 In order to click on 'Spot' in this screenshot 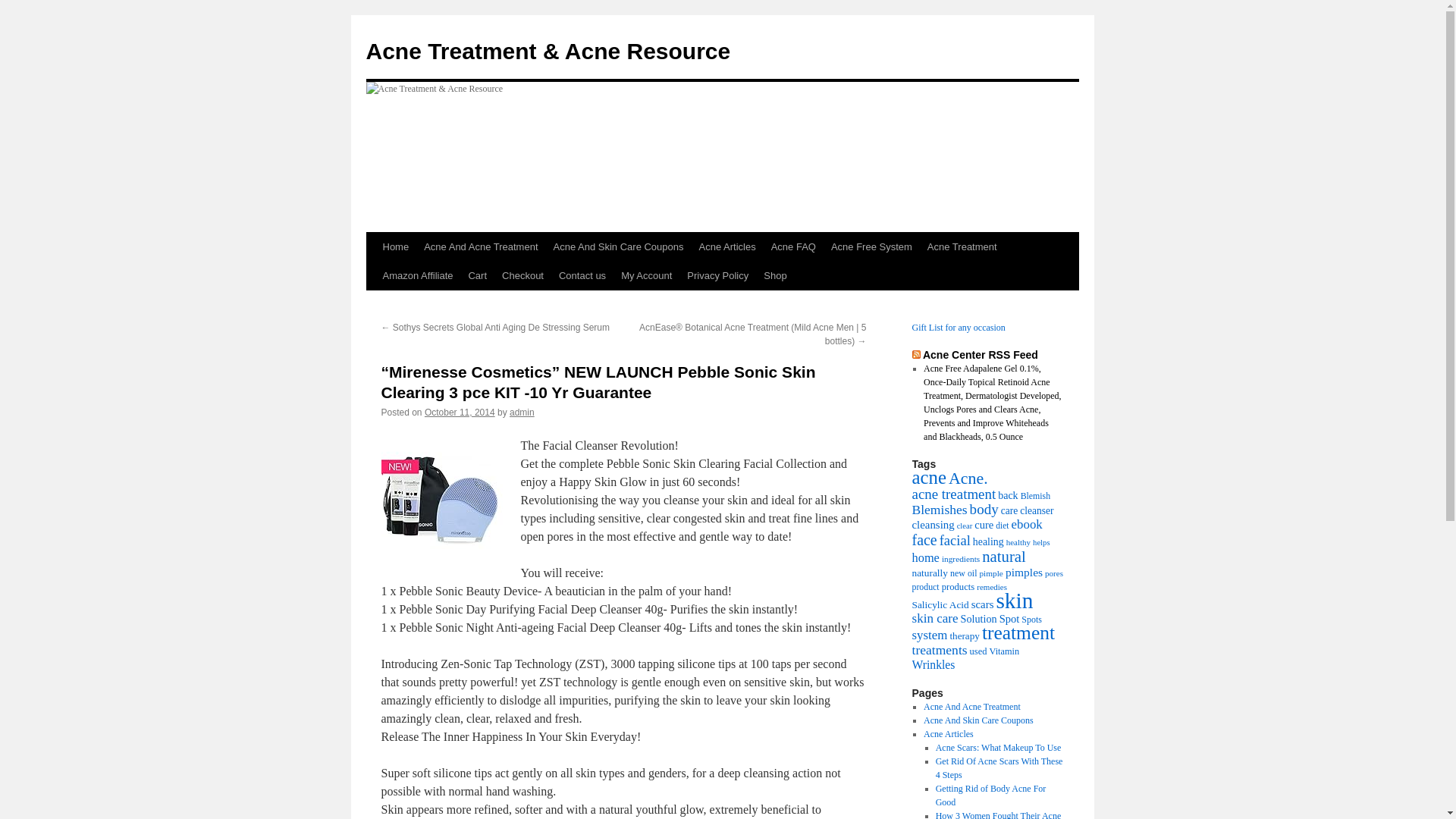, I will do `click(1009, 619)`.